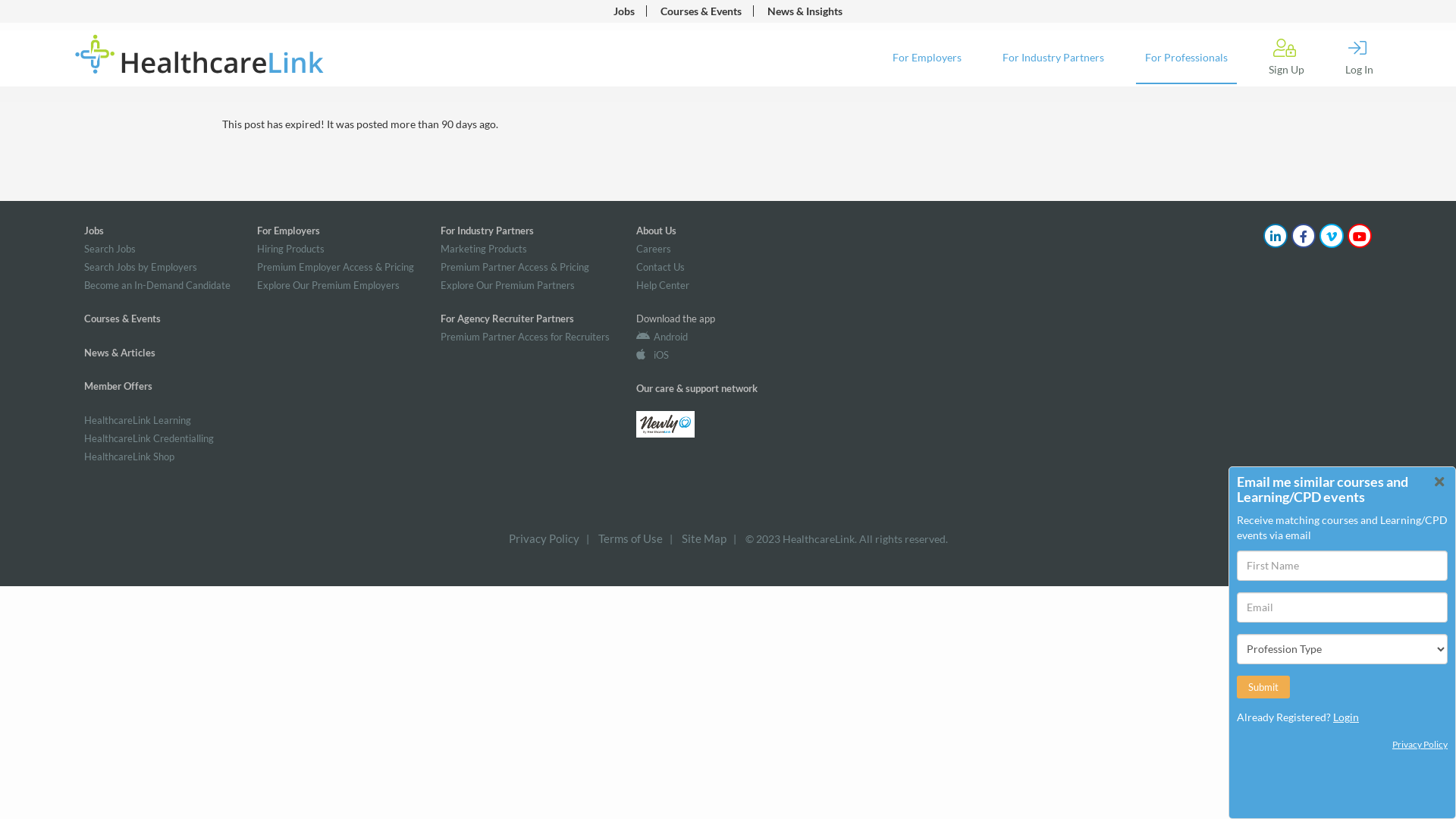  What do you see at coordinates (157, 284) in the screenshot?
I see `'Become an In-Demand Candidate'` at bounding box center [157, 284].